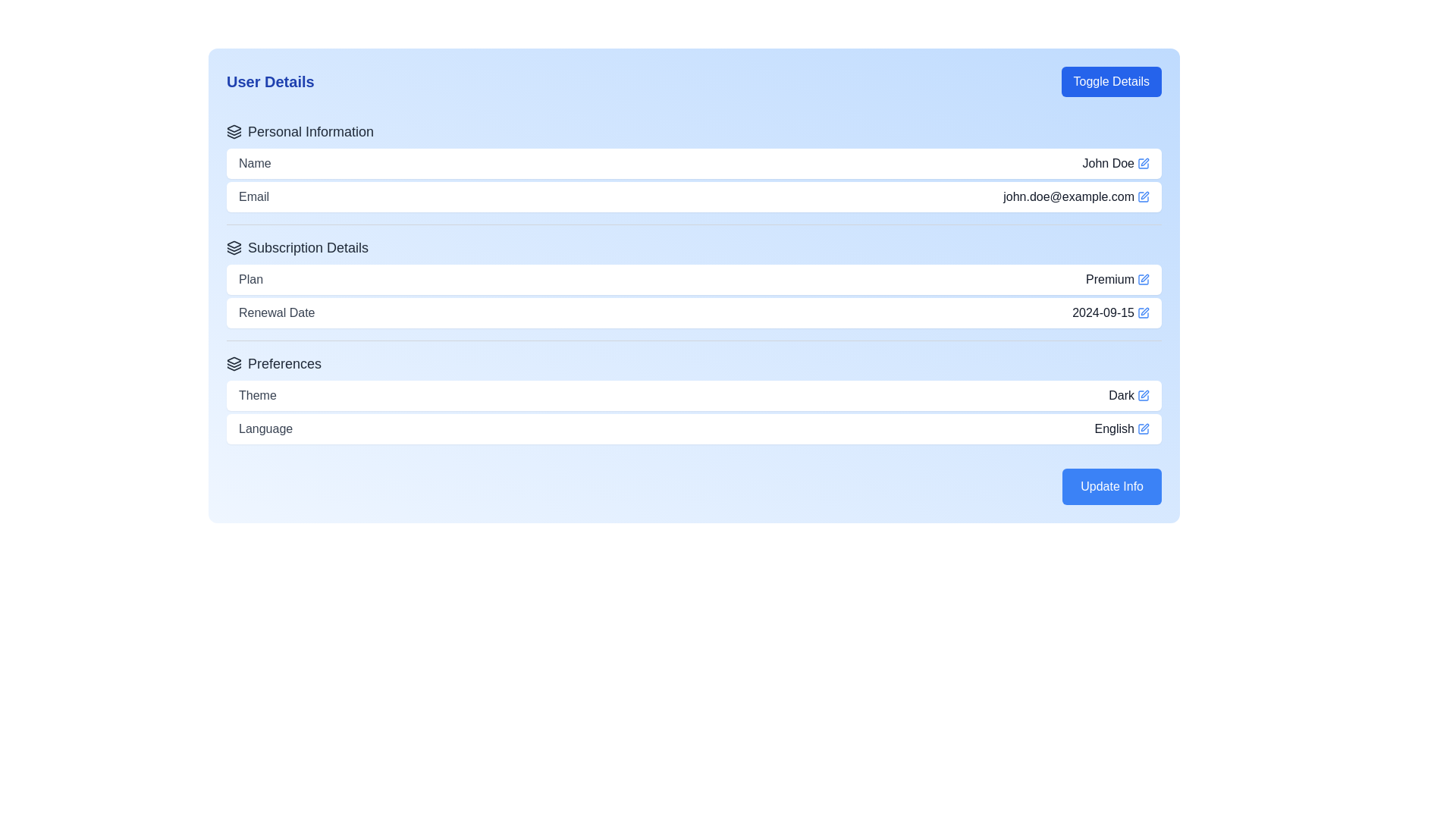 This screenshot has height=819, width=1456. I want to click on the blue pen icon located in the 'Preferences' section next to the text 'Dark' to initiate the edit action, so click(1143, 394).